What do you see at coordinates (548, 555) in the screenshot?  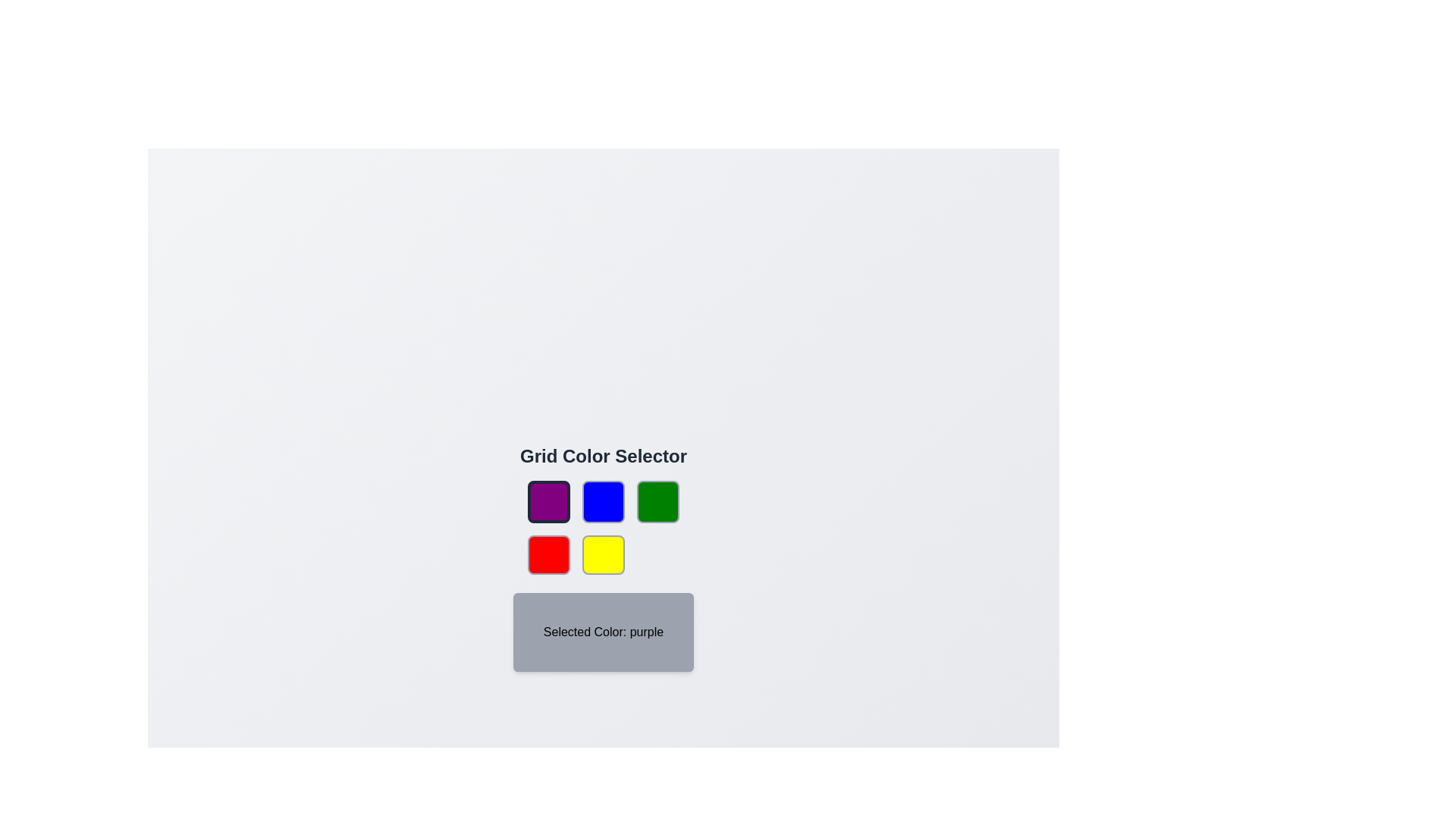 I see `the color button corresponding to red` at bounding box center [548, 555].